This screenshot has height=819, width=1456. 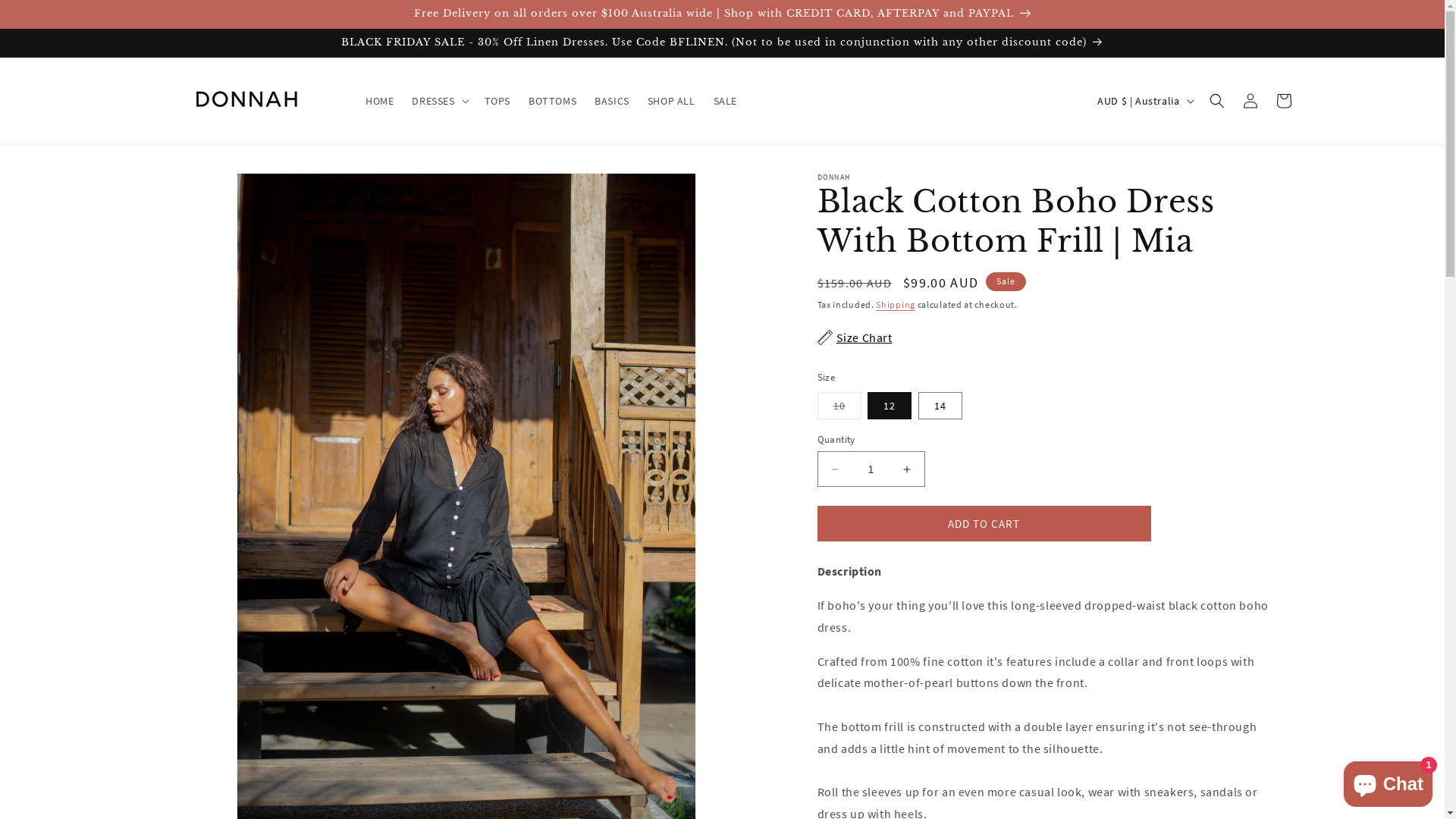 What do you see at coordinates (356, 100) in the screenshot?
I see `'HOME'` at bounding box center [356, 100].